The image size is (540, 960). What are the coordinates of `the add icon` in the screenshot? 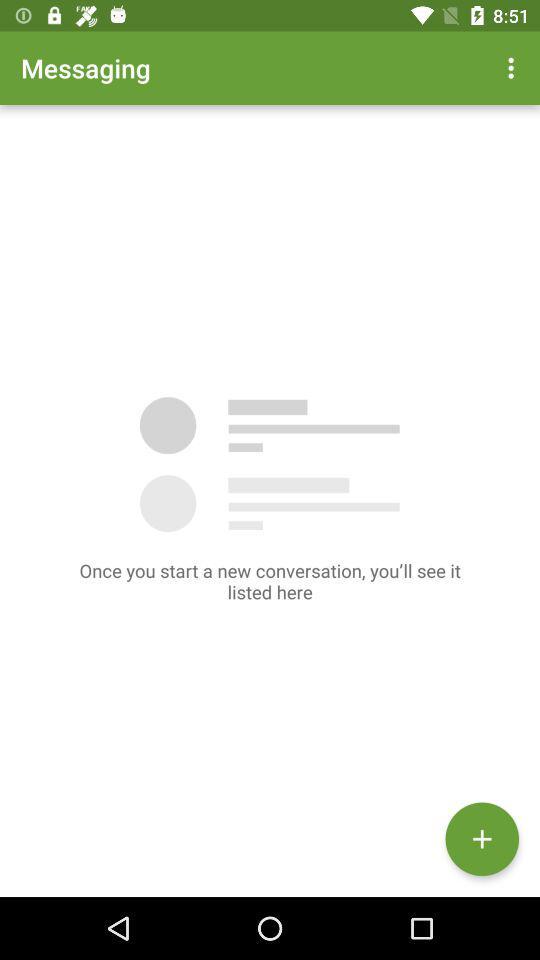 It's located at (481, 839).